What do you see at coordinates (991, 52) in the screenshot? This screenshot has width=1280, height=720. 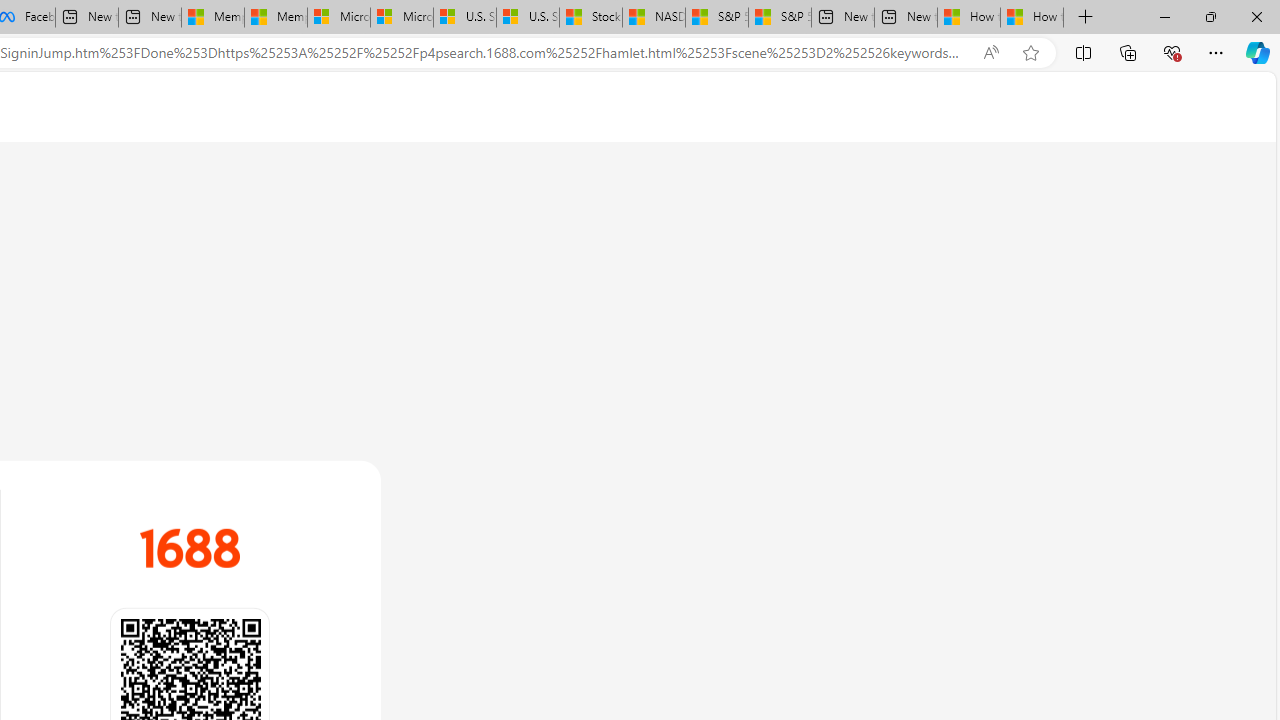 I see `'Read aloud this page (Ctrl+Shift+U)'` at bounding box center [991, 52].